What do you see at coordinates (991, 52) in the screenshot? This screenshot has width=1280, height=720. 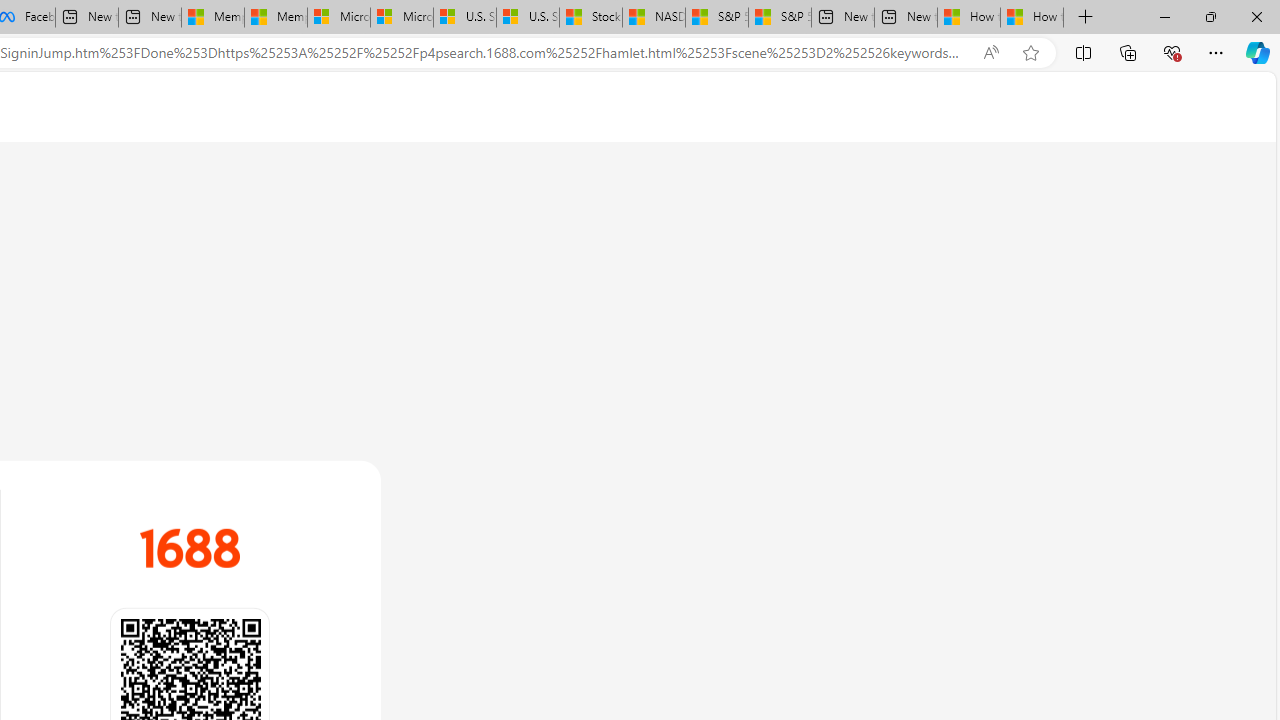 I see `'Read aloud this page (Ctrl+Shift+U)'` at bounding box center [991, 52].